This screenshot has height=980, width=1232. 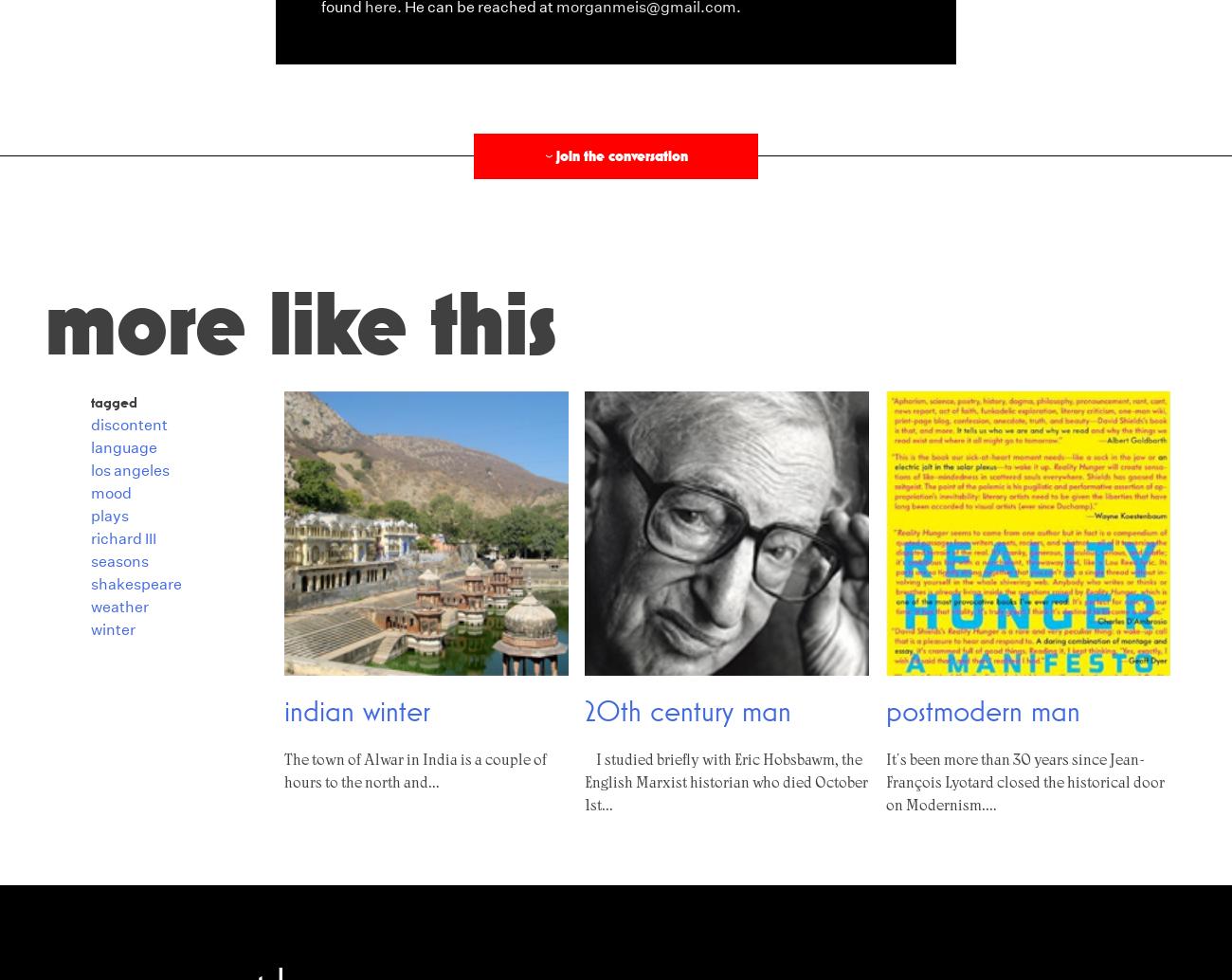 What do you see at coordinates (982, 710) in the screenshot?
I see `'Postmodern Man'` at bounding box center [982, 710].